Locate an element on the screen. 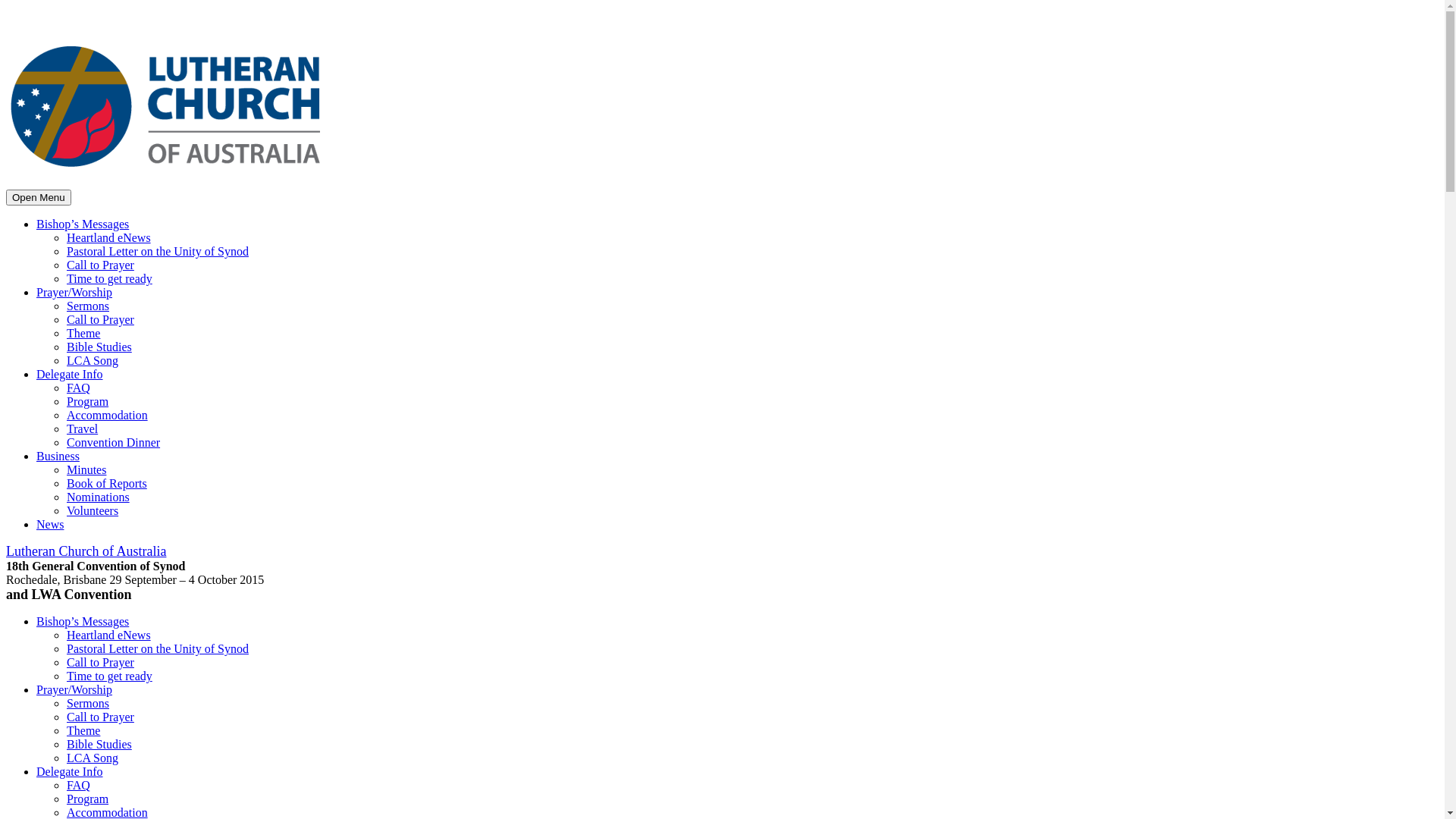 This screenshot has width=1456, height=819. 'Nominations' is located at coordinates (97, 497).